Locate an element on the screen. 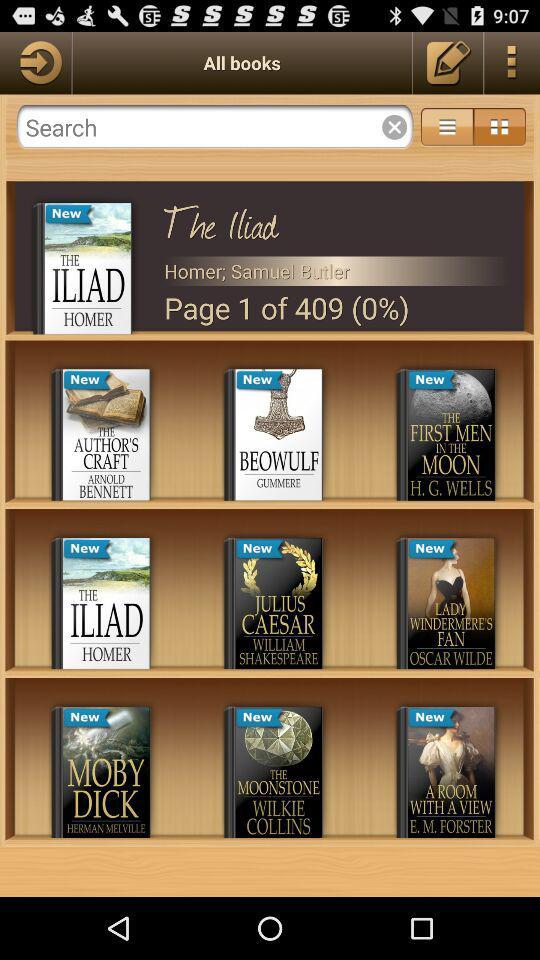 This screenshot has height=960, width=540. the third row second image is located at coordinates (278, 771).